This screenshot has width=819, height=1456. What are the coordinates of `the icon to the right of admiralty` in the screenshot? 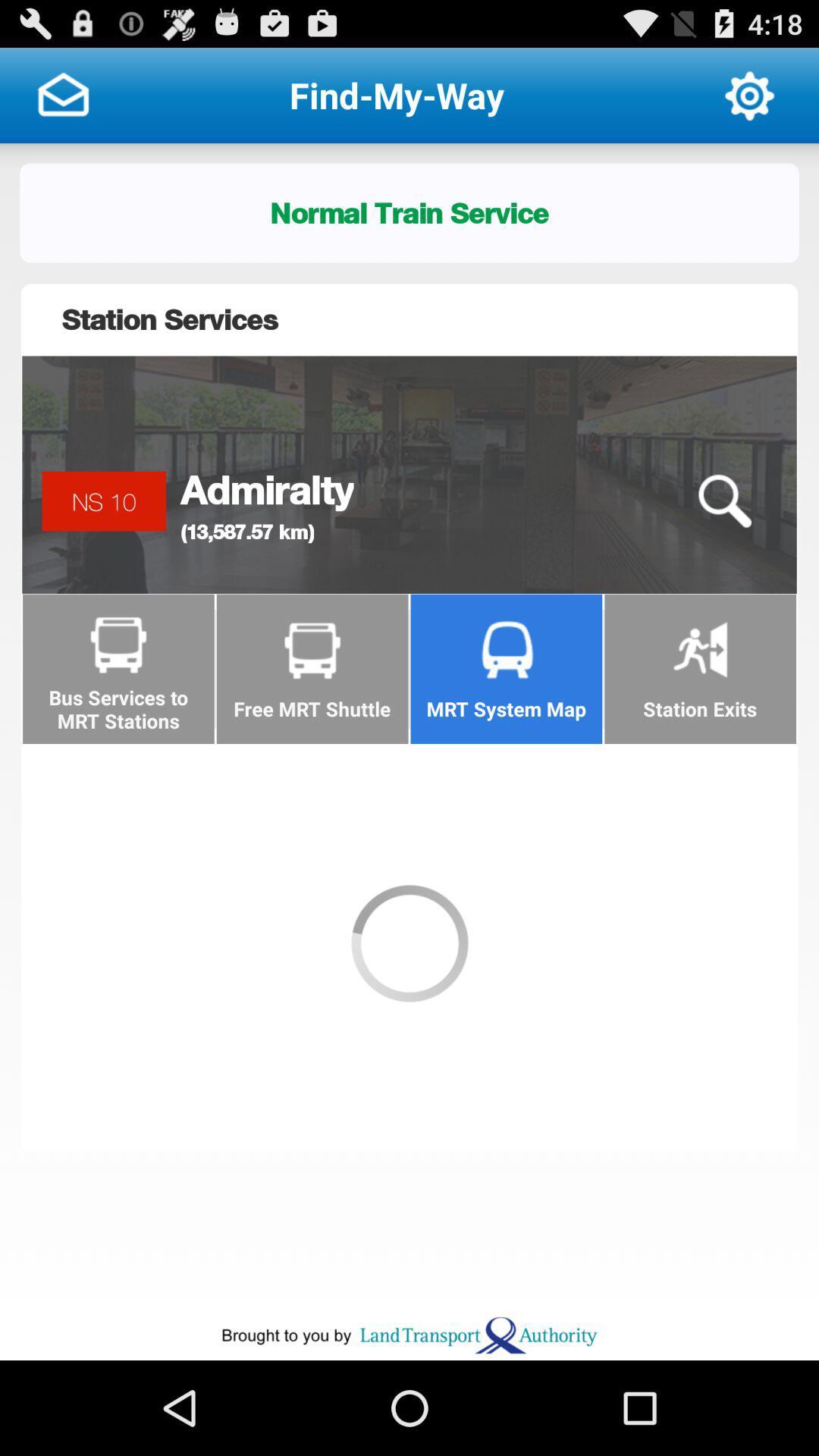 It's located at (723, 501).